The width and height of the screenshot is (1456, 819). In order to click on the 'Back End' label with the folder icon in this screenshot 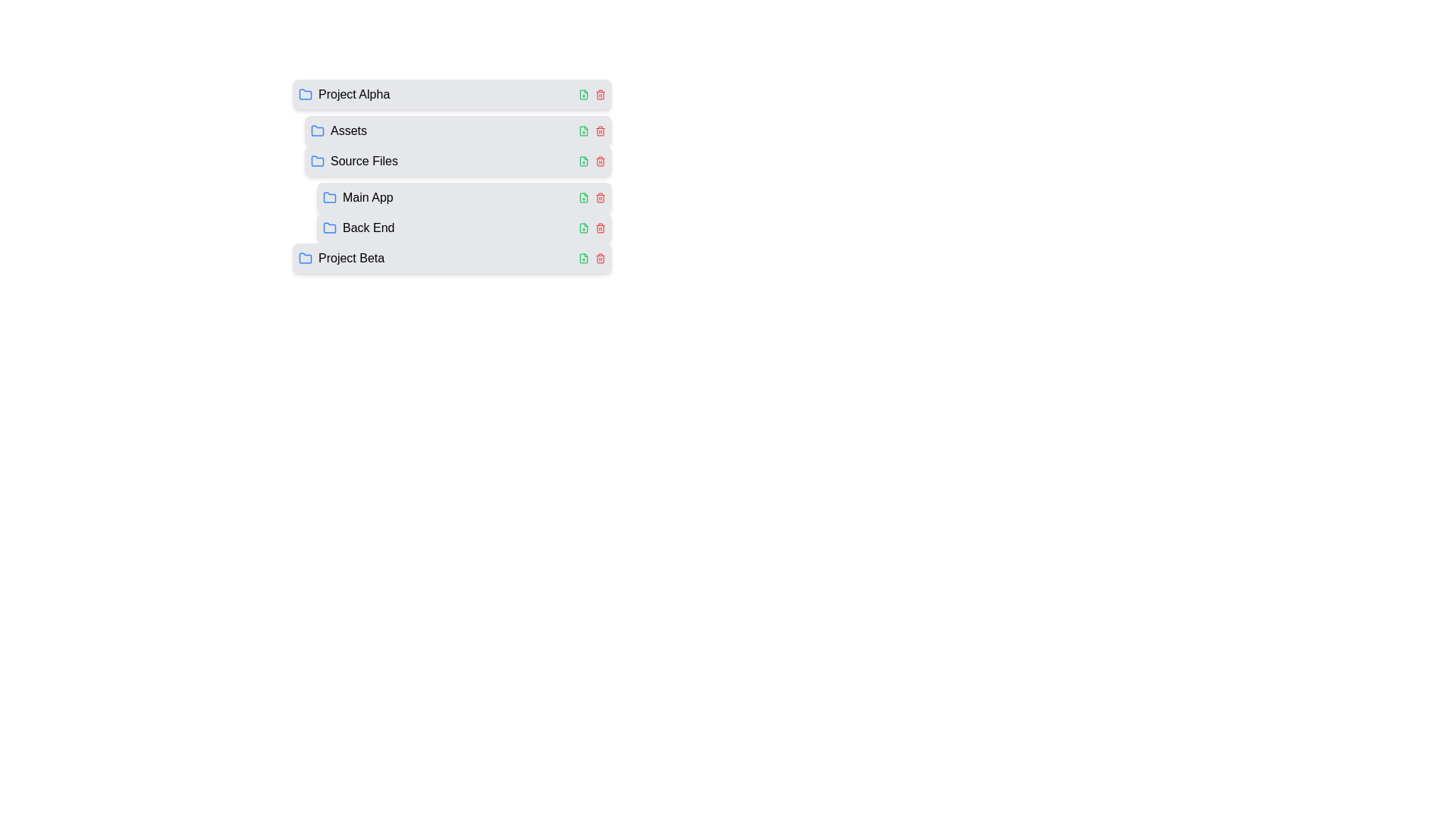, I will do `click(358, 227)`.